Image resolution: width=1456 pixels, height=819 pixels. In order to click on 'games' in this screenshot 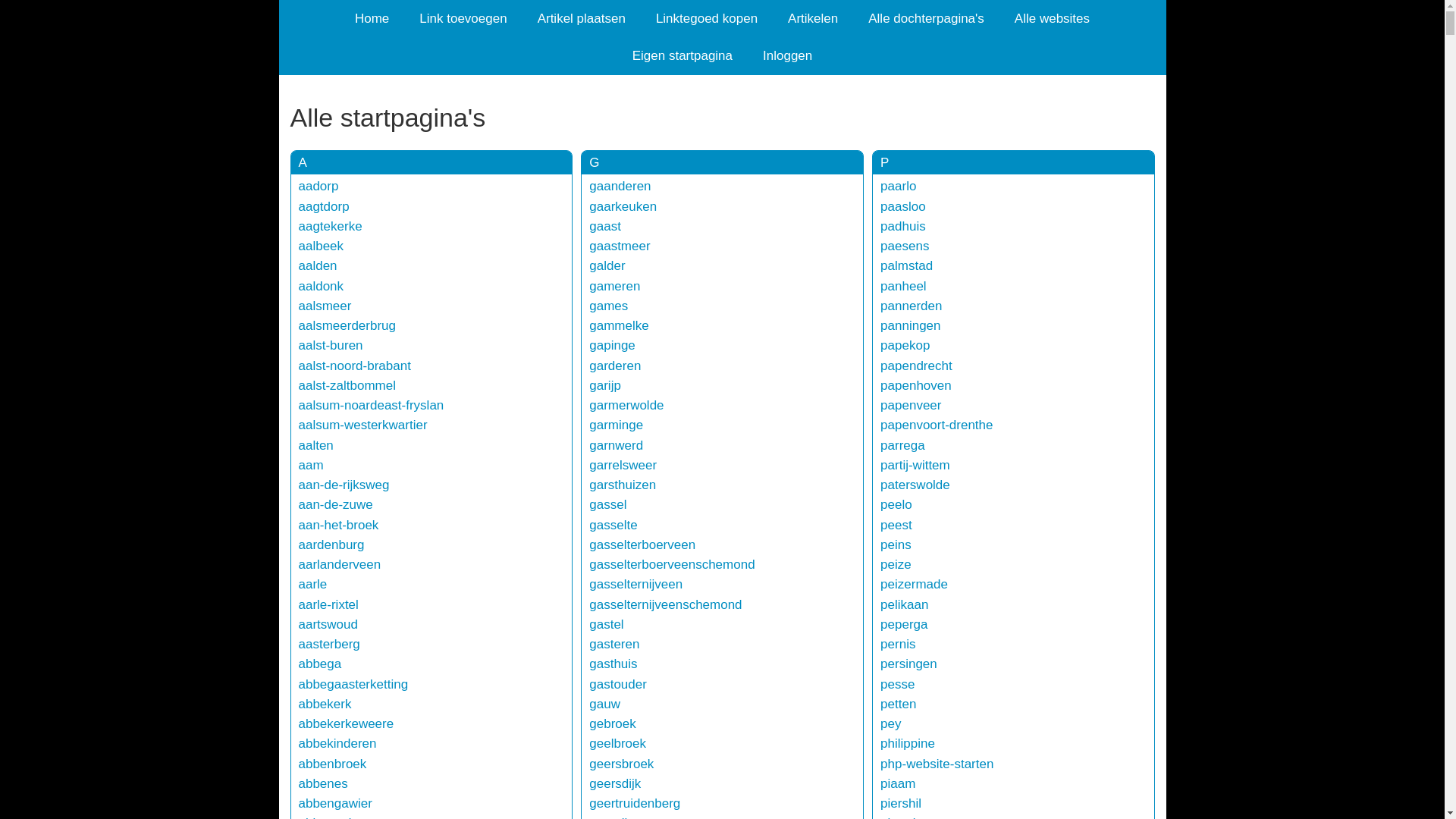, I will do `click(608, 306)`.